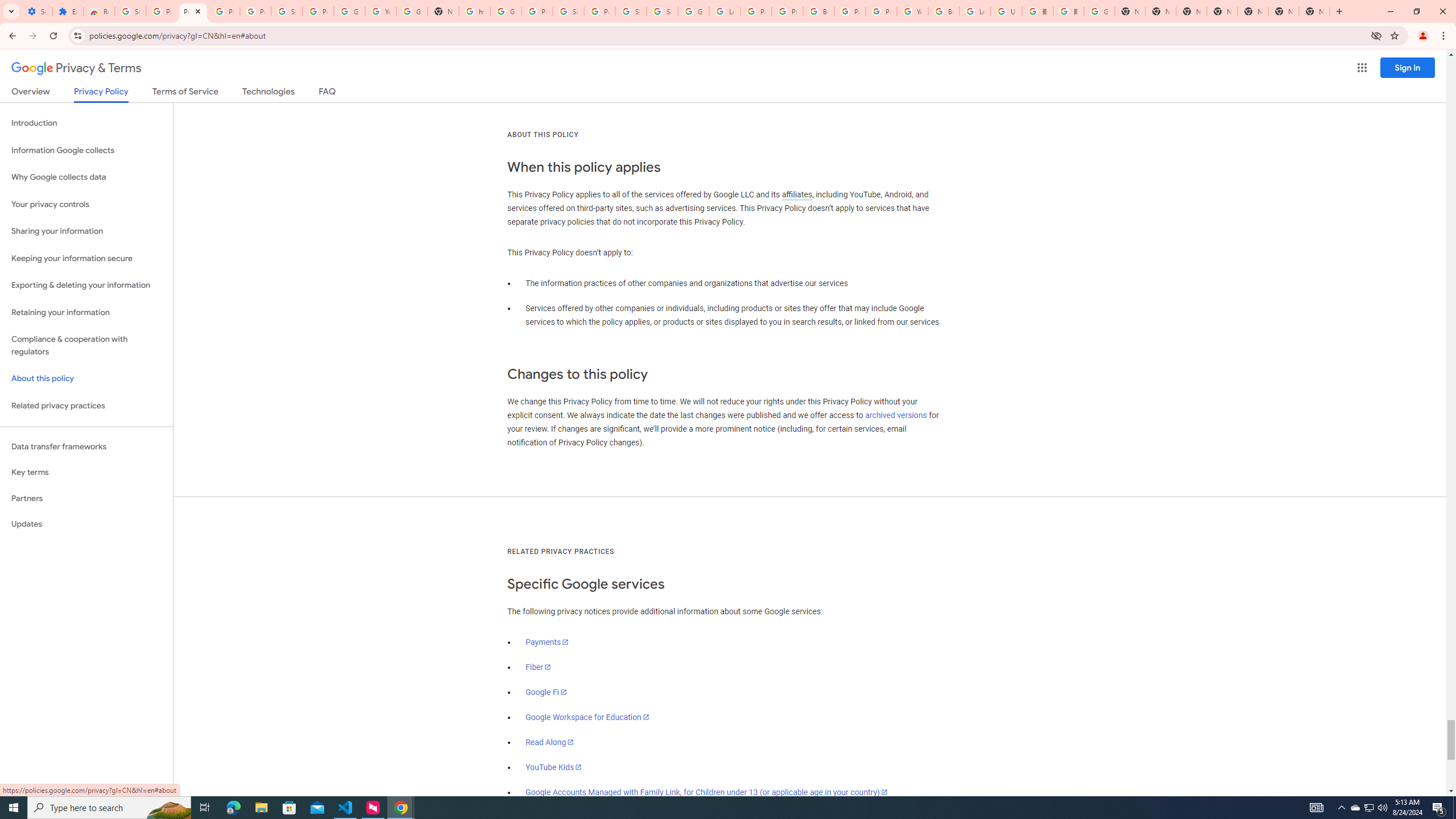 The width and height of the screenshot is (1456, 819). I want to click on 'Information Google collects', so click(86, 150).